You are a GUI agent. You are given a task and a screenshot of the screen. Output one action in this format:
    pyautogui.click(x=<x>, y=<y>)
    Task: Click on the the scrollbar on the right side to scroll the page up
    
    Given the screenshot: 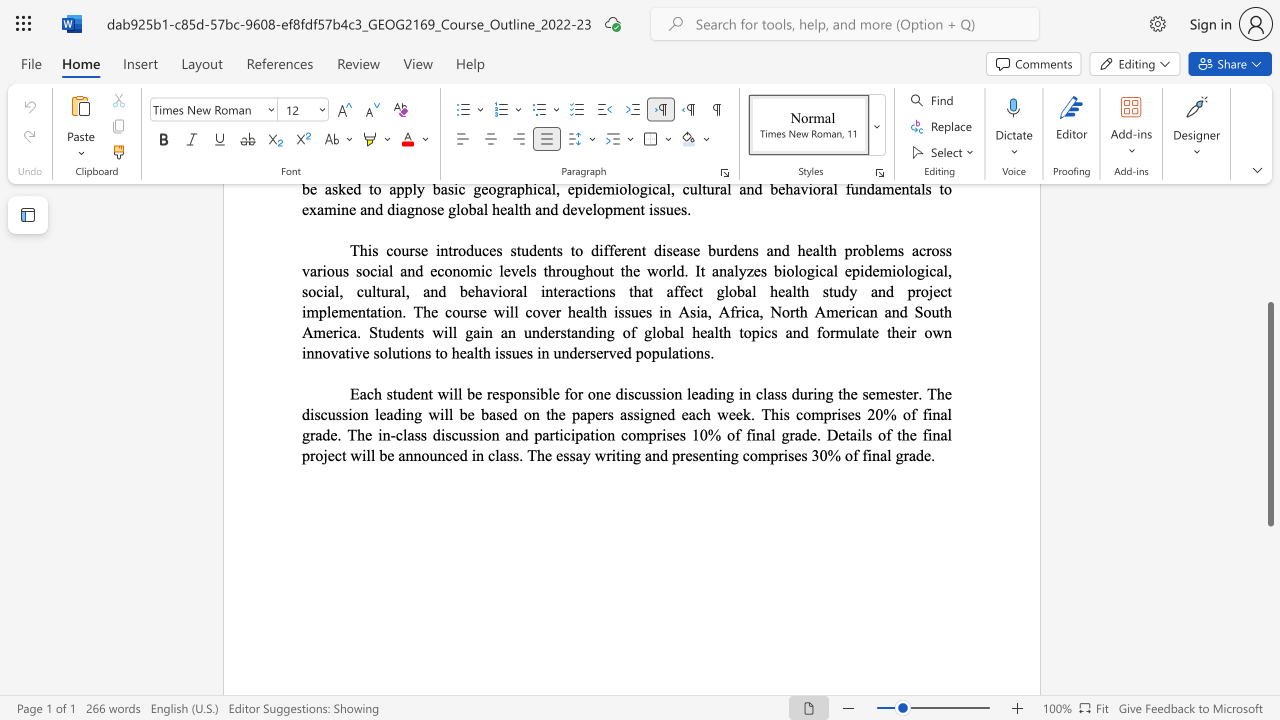 What is the action you would take?
    pyautogui.click(x=1269, y=270)
    